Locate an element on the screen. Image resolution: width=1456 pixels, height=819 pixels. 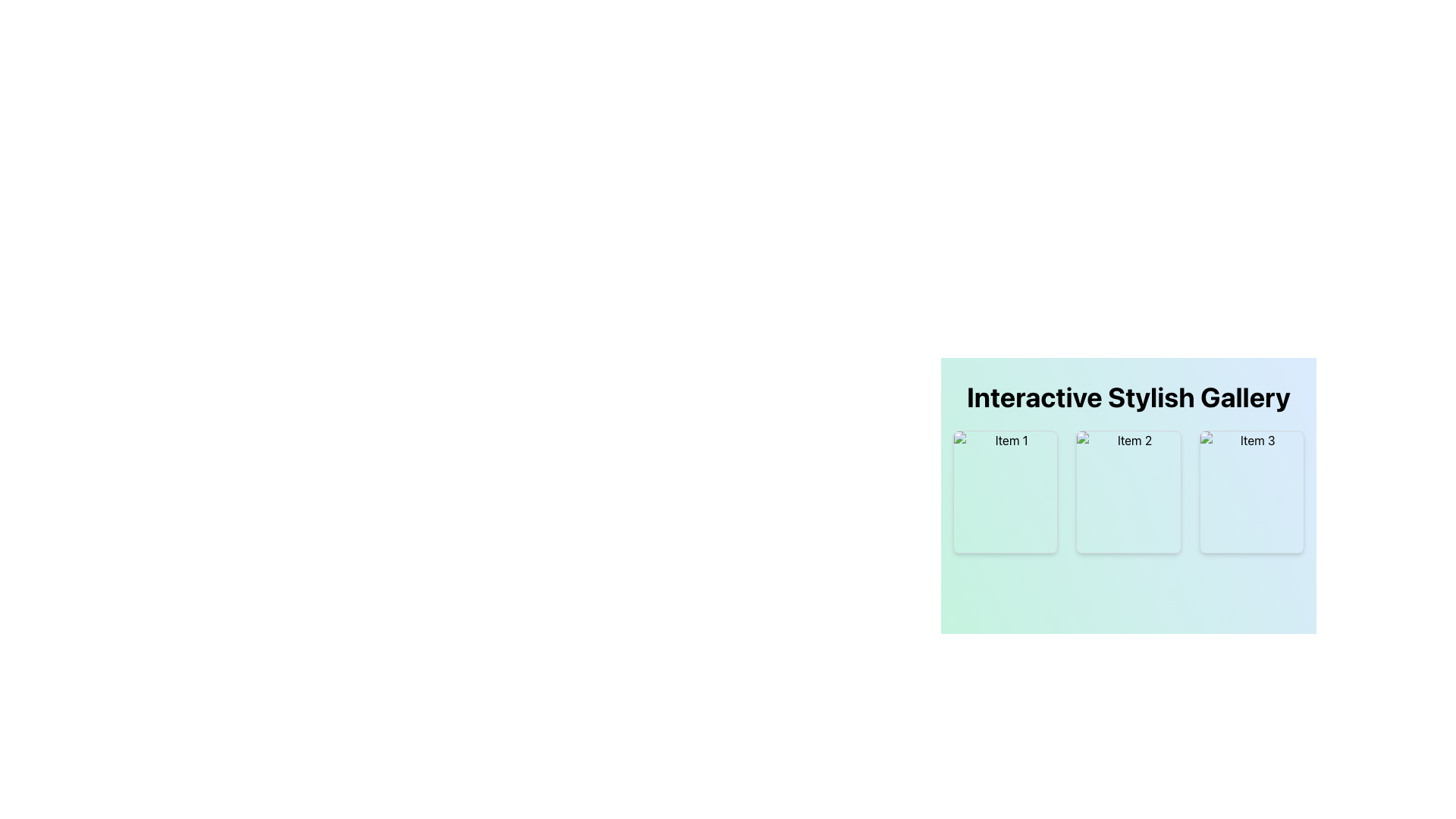
the center card labeled 'Item 2' in the 'Interactive Stylish Gallery' to interact with it is located at coordinates (1128, 486).